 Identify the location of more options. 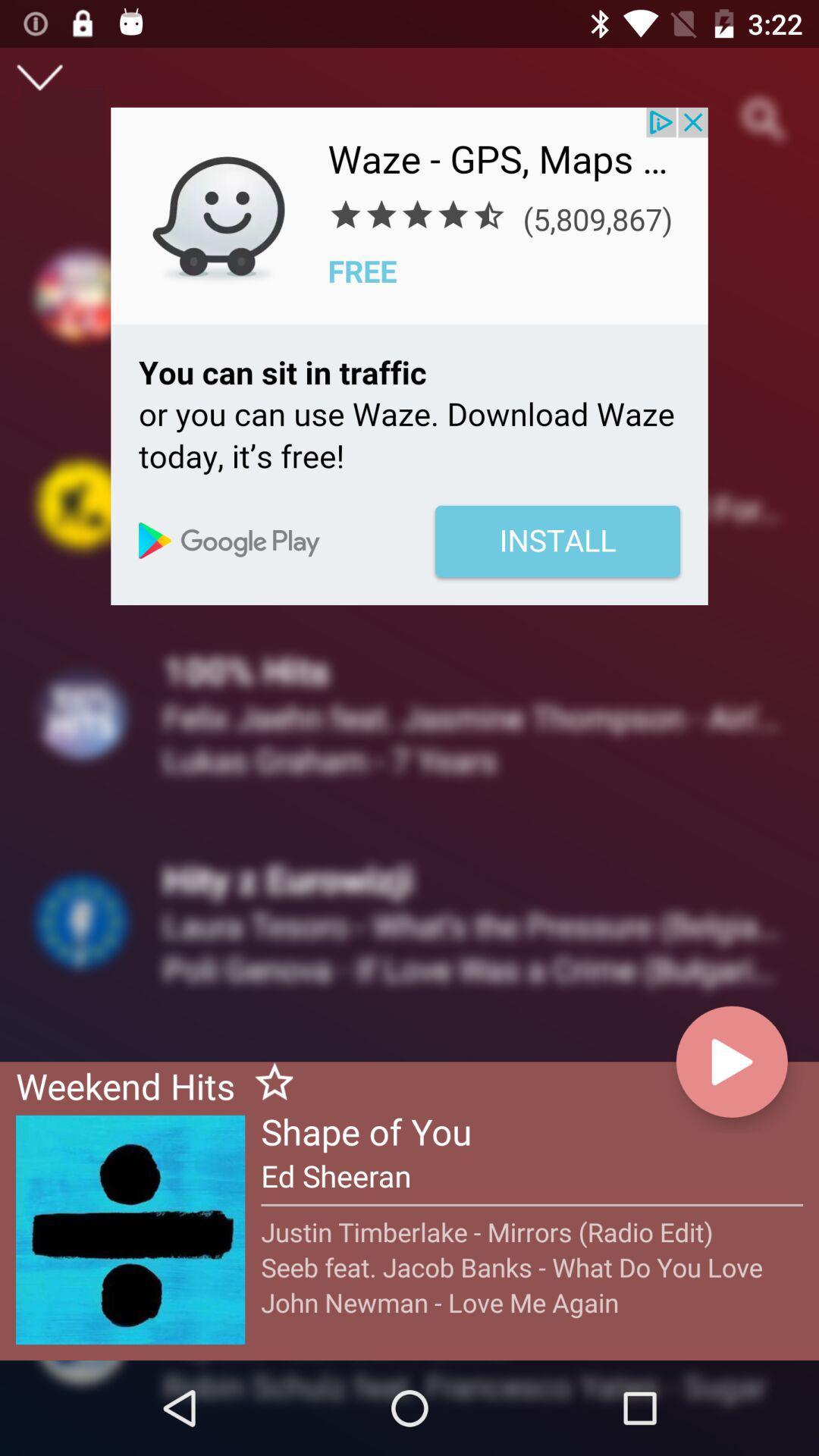
(39, 77).